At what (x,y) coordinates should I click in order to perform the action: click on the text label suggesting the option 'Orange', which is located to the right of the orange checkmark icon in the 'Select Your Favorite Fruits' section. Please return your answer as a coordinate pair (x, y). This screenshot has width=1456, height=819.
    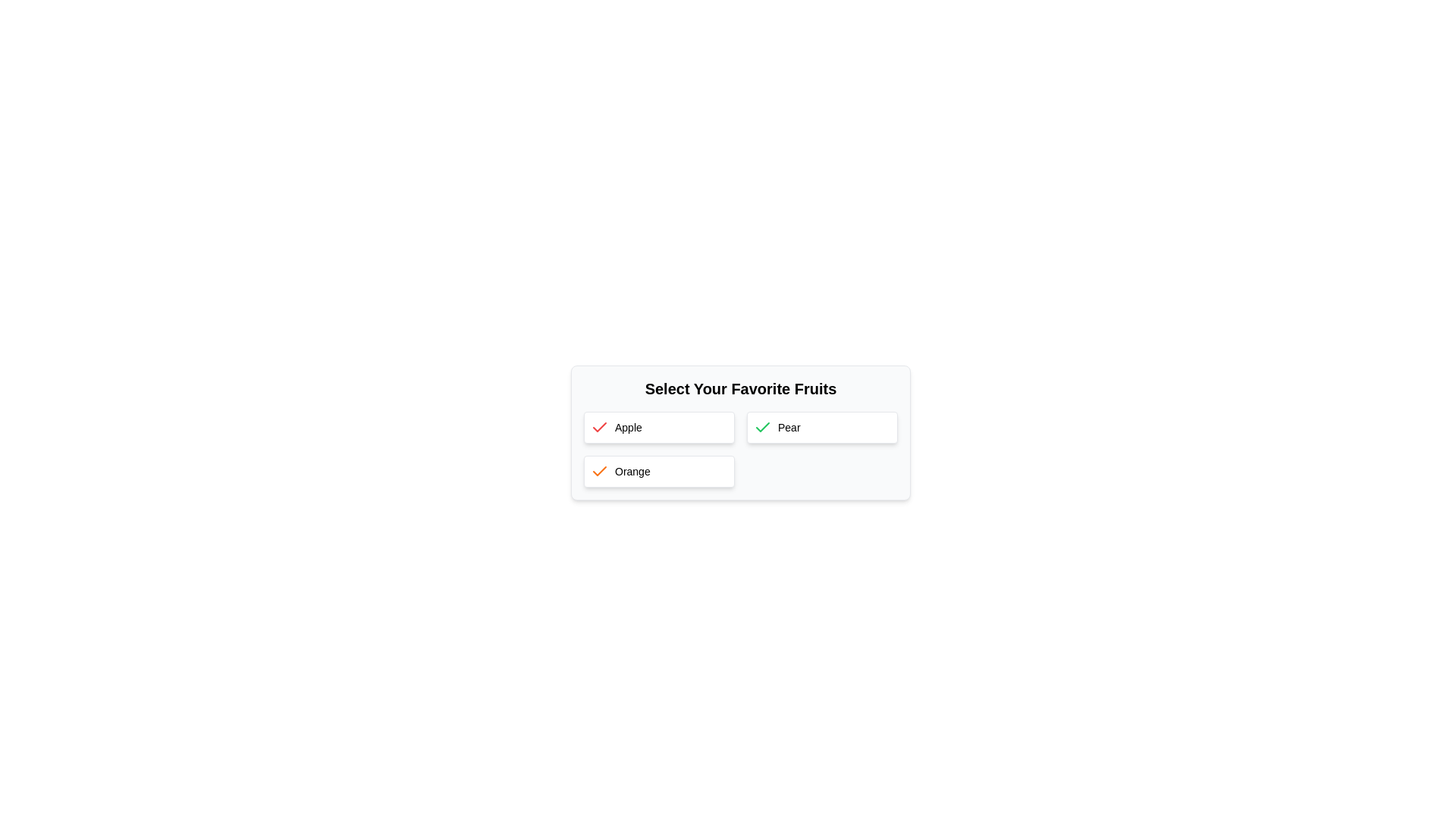
    Looking at the image, I should click on (632, 470).